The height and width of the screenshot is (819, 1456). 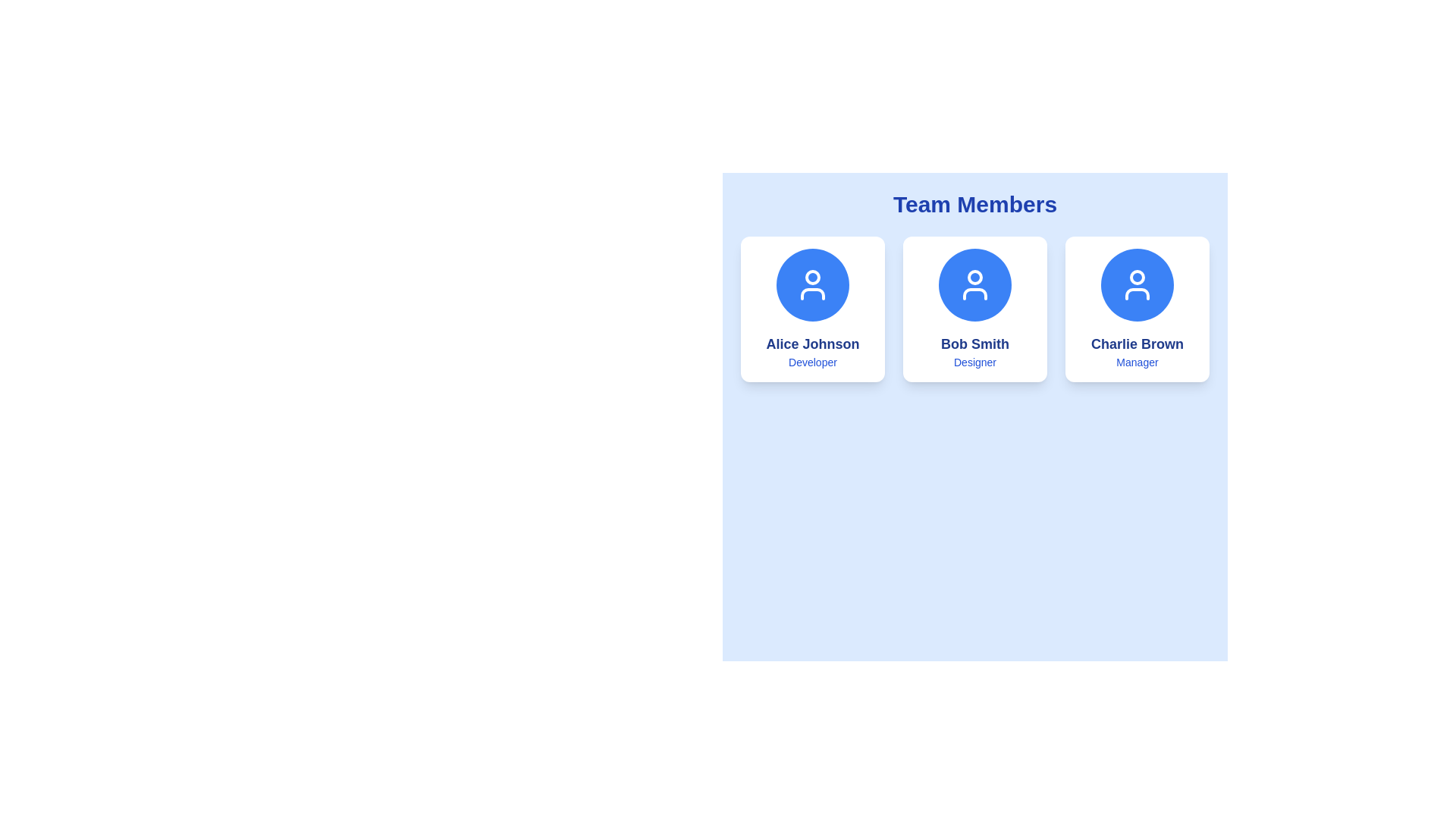 I want to click on the SVG Circle representing the user's head in the profile icon for 'Alice Johnson' in the 'Team Members' section, so click(x=811, y=278).